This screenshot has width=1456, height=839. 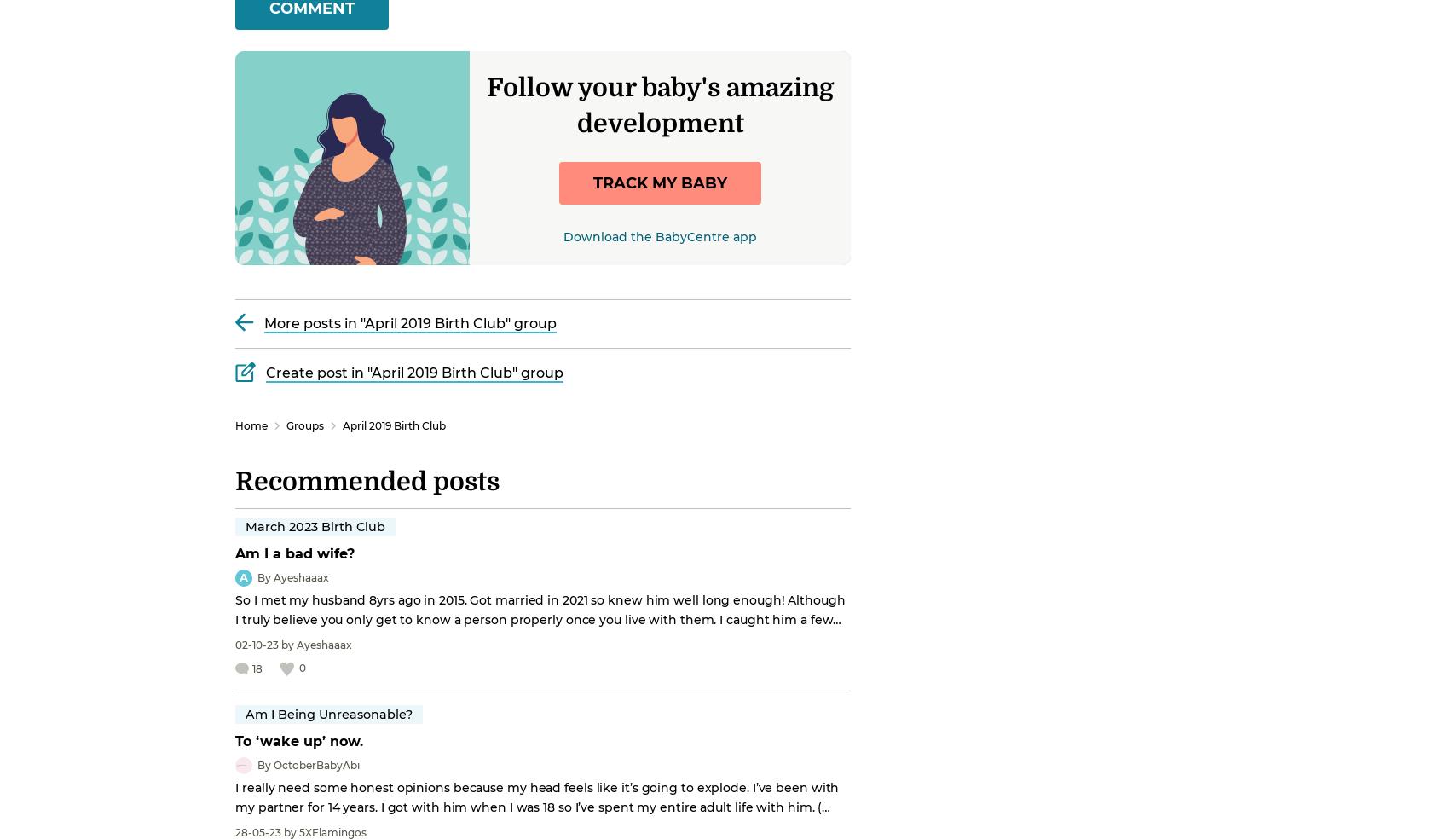 What do you see at coordinates (660, 182) in the screenshot?
I see `'track my baby'` at bounding box center [660, 182].